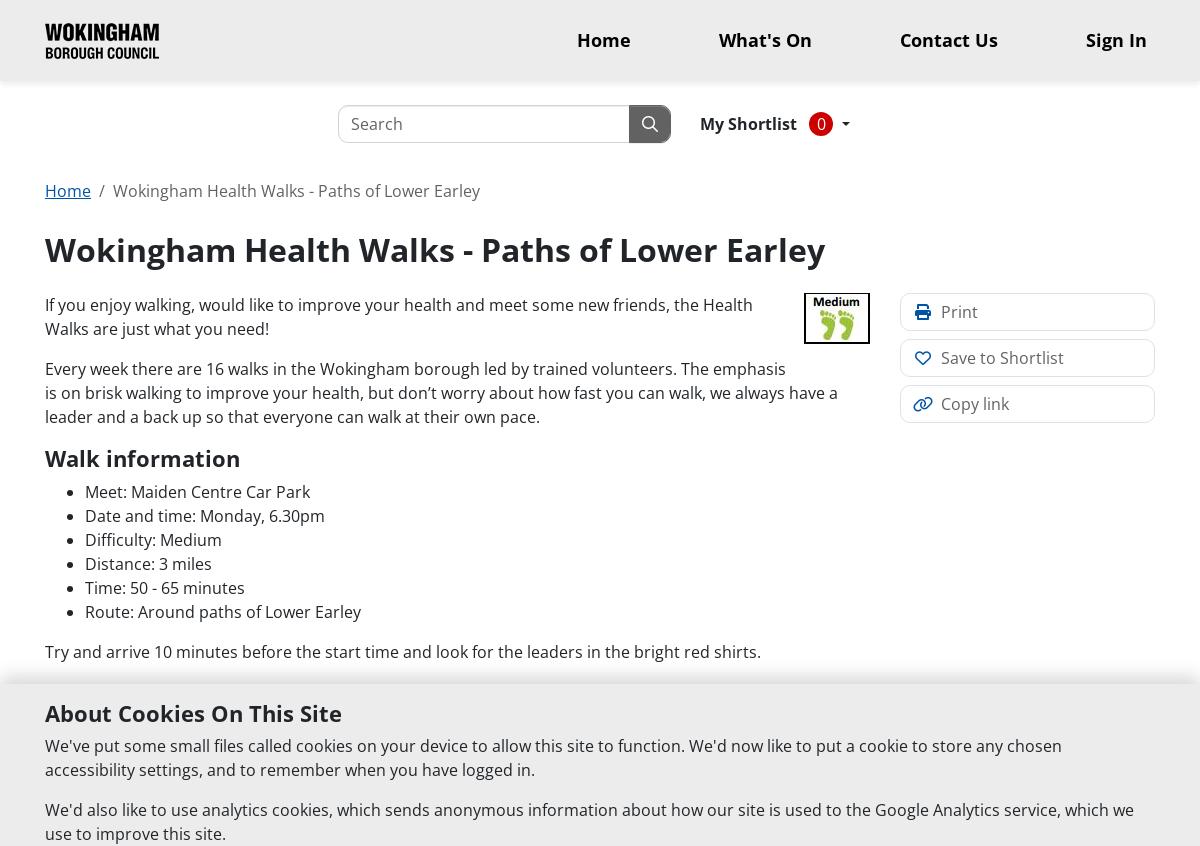 Image resolution: width=1200 pixels, height=846 pixels. Describe the element at coordinates (815, 124) in the screenshot. I see `'0'` at that location.